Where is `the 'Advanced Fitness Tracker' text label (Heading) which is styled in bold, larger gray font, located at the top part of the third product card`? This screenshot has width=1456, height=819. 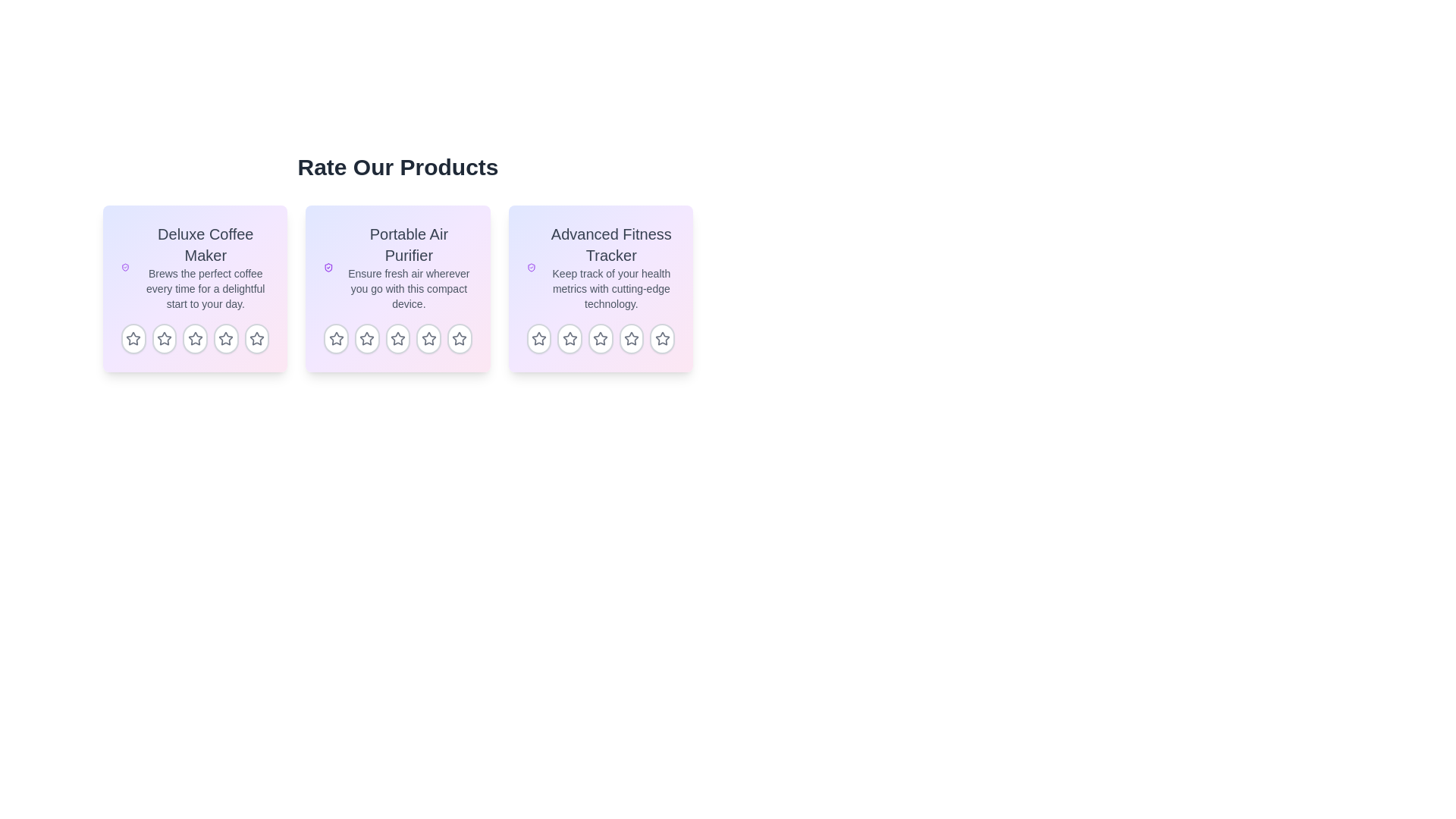 the 'Advanced Fitness Tracker' text label (Heading) which is styled in bold, larger gray font, located at the top part of the third product card is located at coordinates (611, 244).